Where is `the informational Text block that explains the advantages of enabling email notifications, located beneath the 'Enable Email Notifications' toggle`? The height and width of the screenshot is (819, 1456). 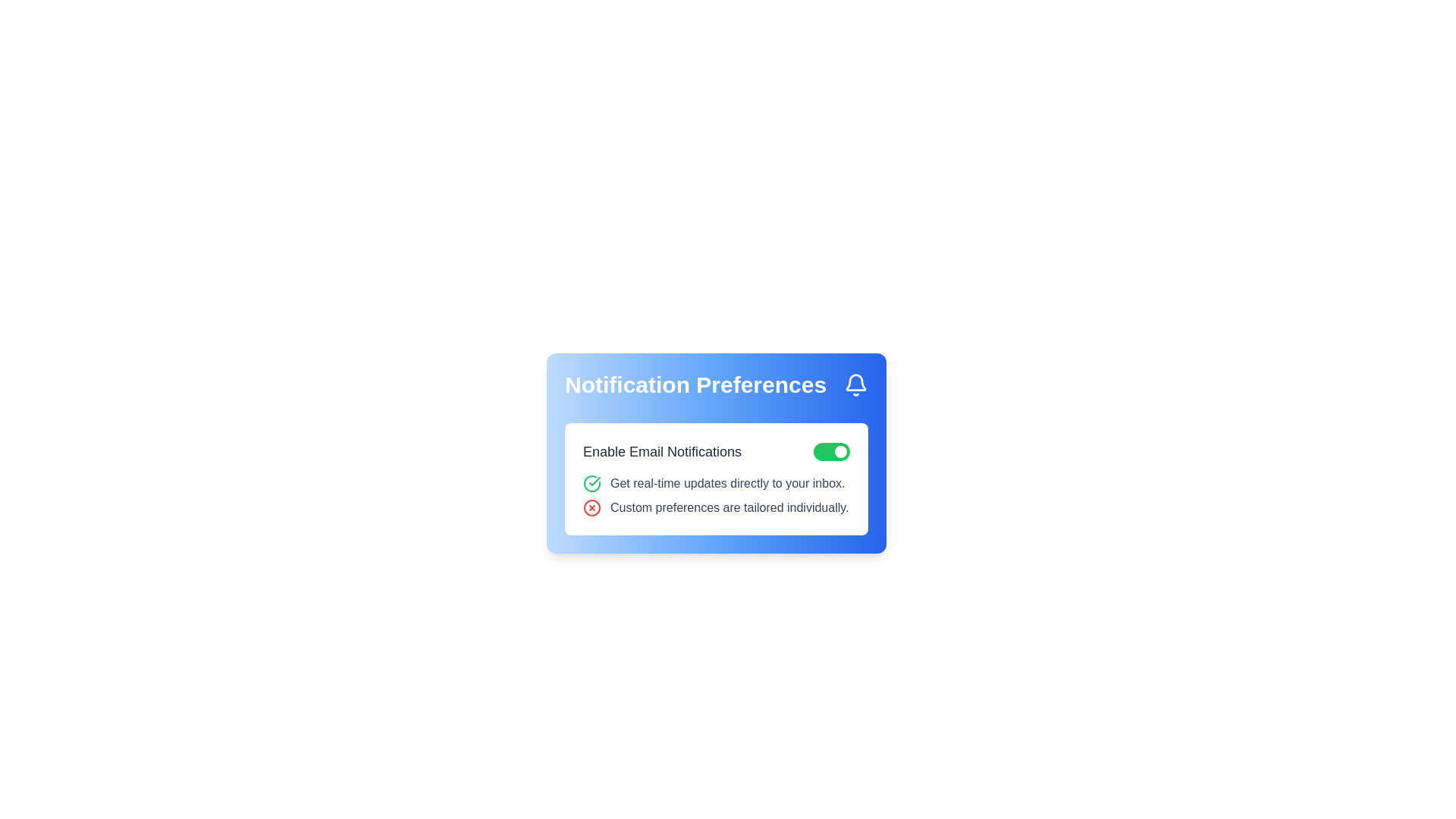
the informational Text block that explains the advantages of enabling email notifications, located beneath the 'Enable Email Notifications' toggle is located at coordinates (716, 496).